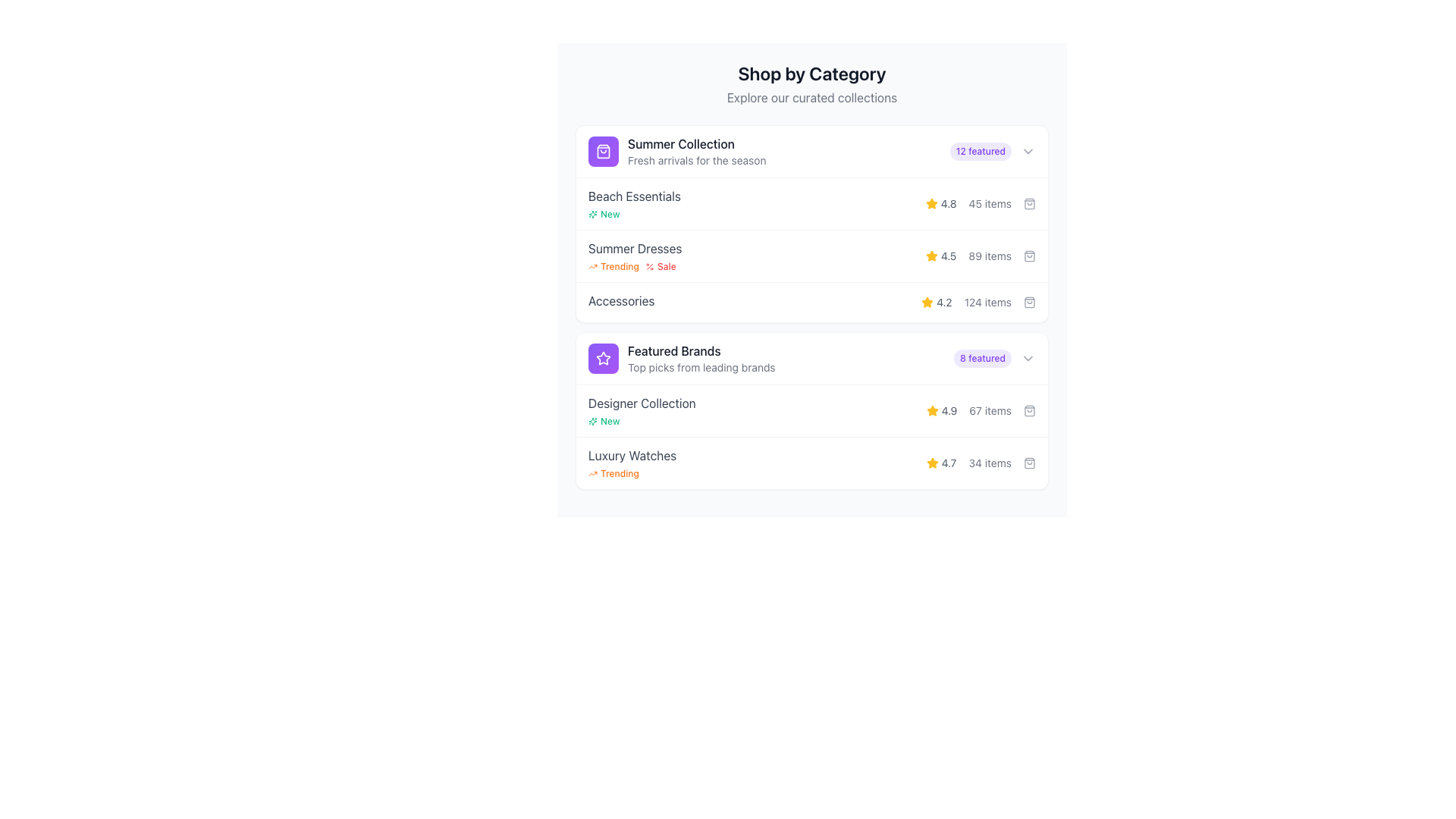 The image size is (1456, 819). I want to click on the rating score '4.7' displayed next to the star icon in the 'Luxury Watches' section, so click(948, 462).